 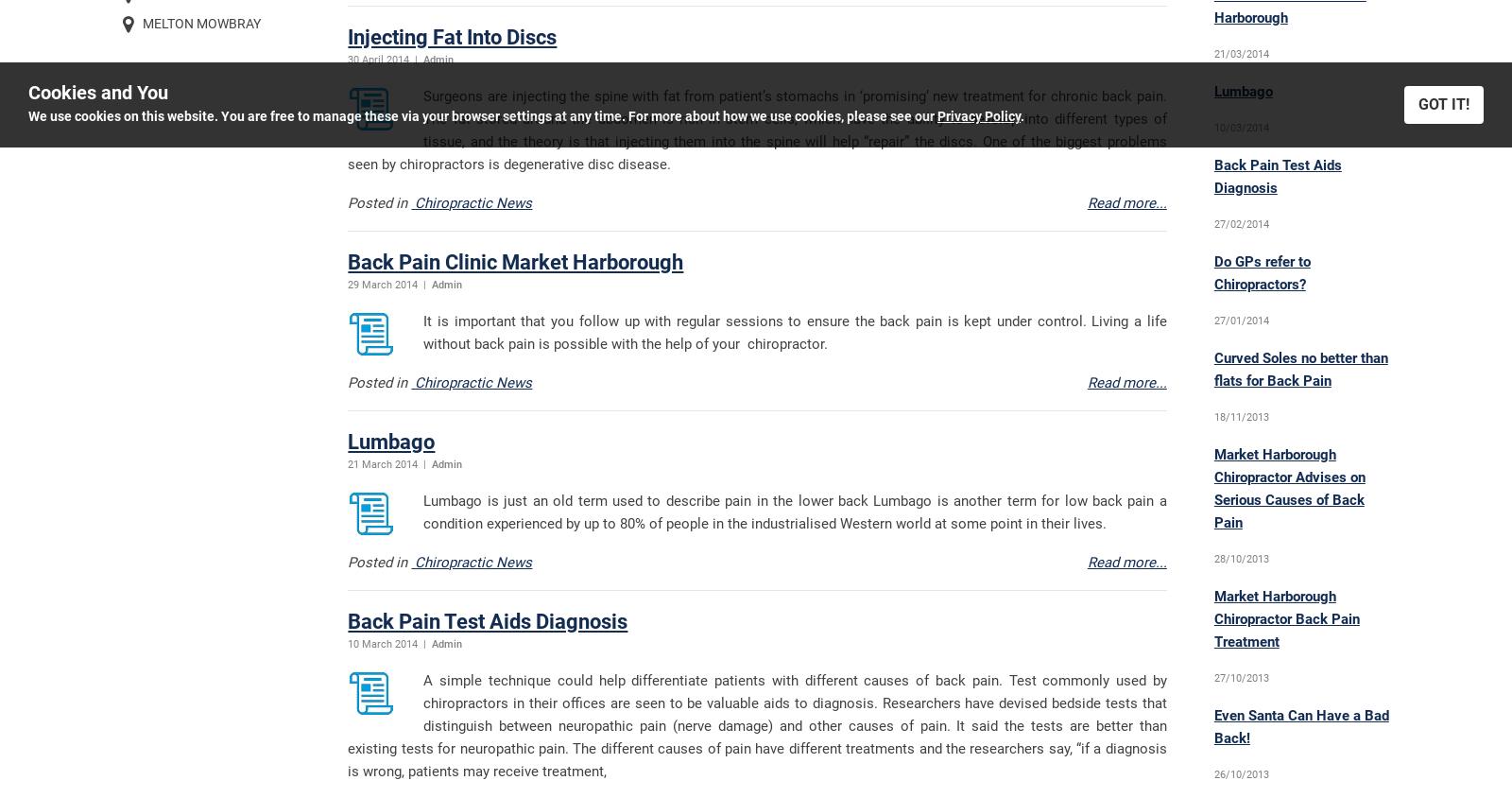 I want to click on '.', so click(x=1022, y=115).